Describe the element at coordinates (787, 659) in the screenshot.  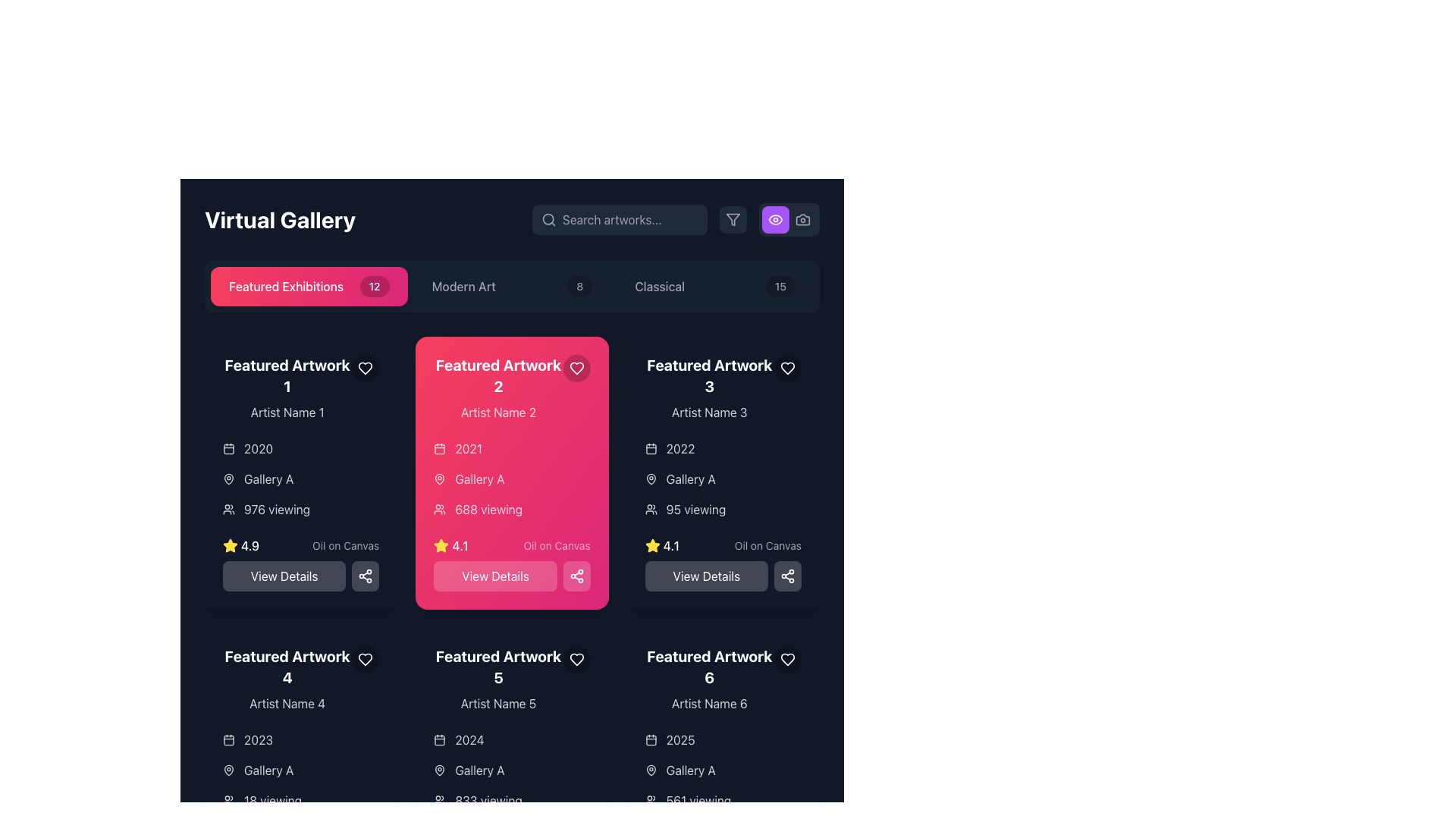
I see `the heart icon styled as a favorite or like indicator located in the top-right corner of the card labeled 'Featured Artwork 6'` at that location.